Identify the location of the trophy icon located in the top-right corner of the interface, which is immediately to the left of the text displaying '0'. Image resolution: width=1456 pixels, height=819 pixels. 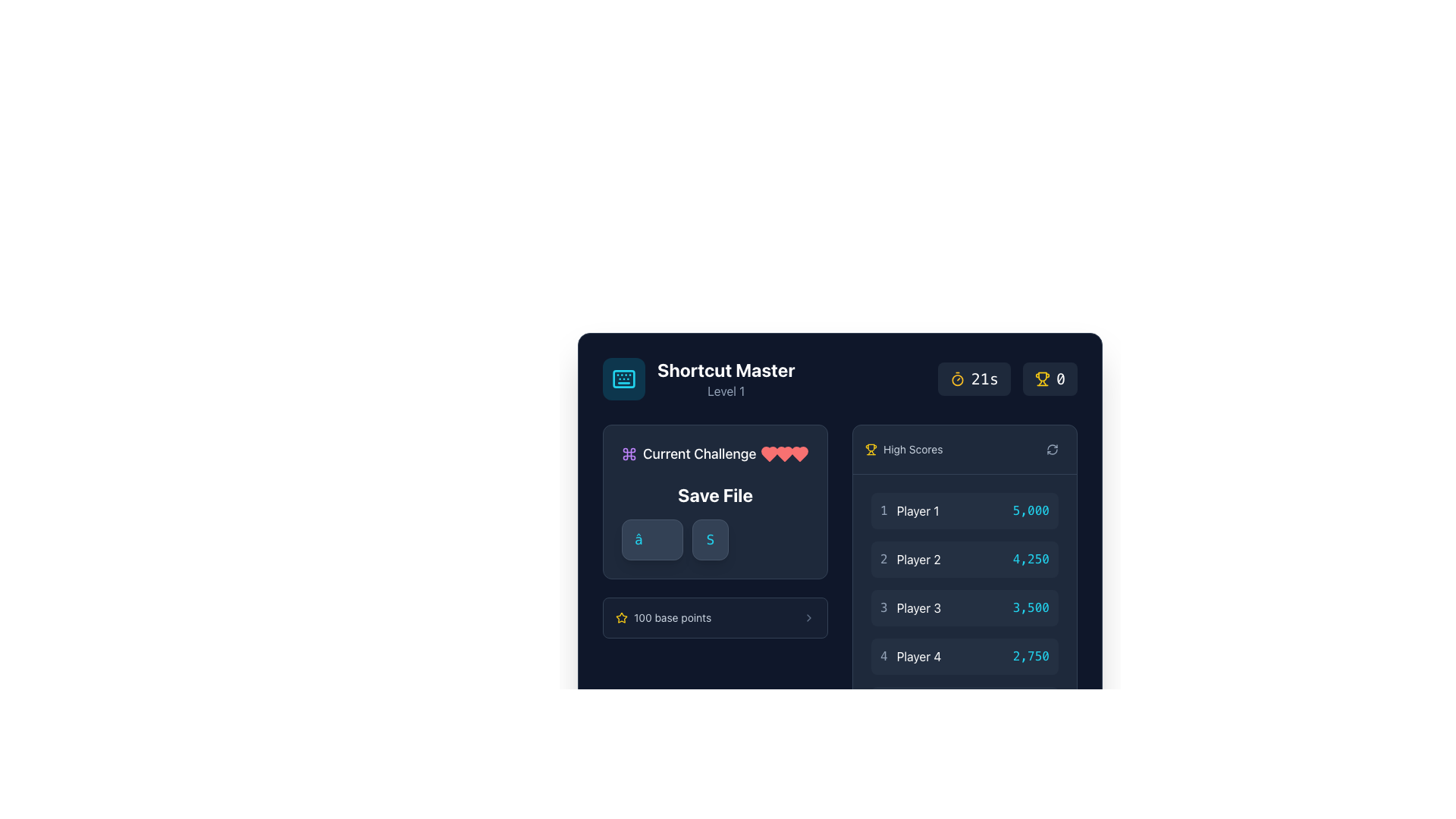
(1041, 378).